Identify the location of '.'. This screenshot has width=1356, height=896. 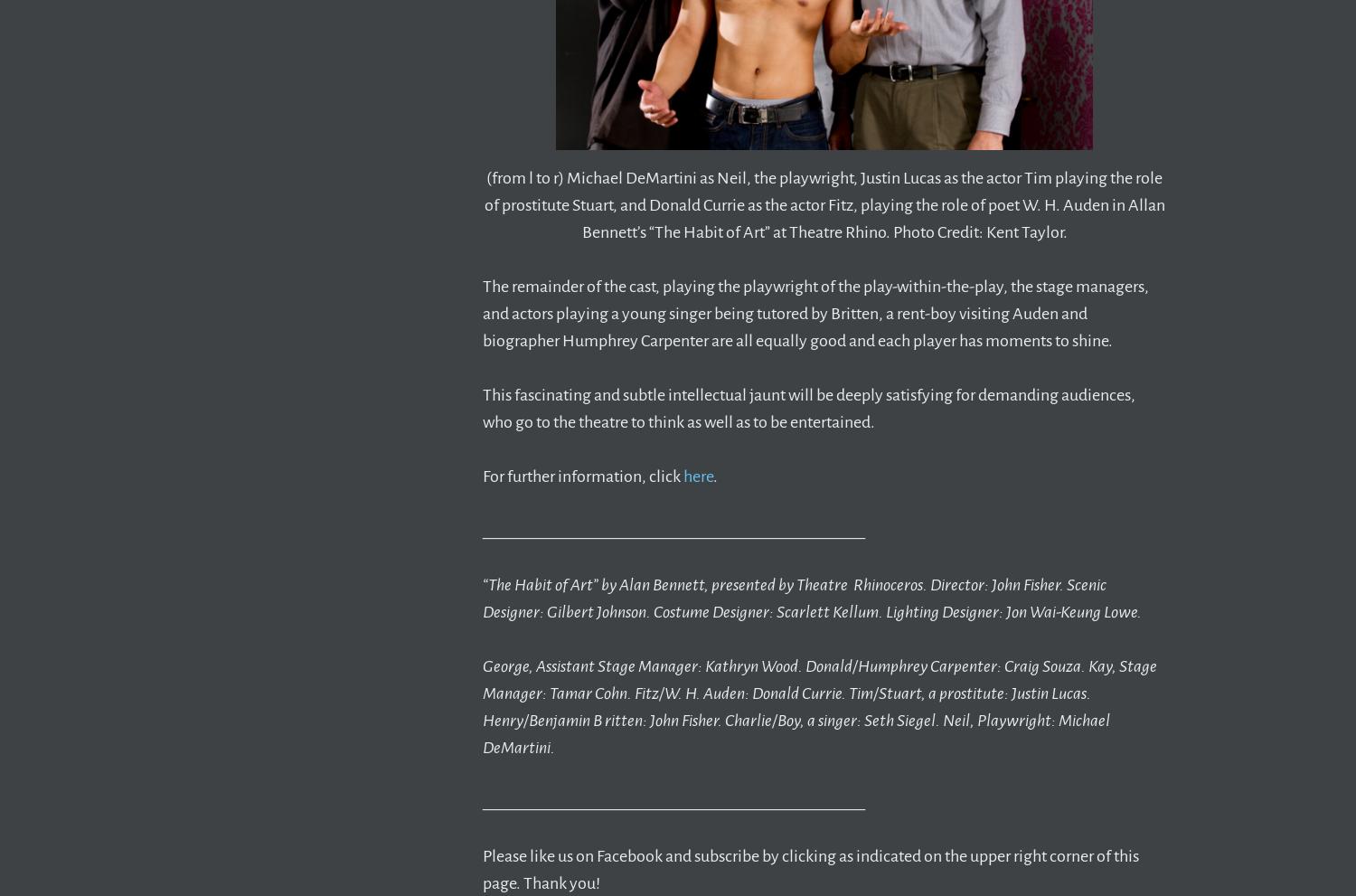
(715, 476).